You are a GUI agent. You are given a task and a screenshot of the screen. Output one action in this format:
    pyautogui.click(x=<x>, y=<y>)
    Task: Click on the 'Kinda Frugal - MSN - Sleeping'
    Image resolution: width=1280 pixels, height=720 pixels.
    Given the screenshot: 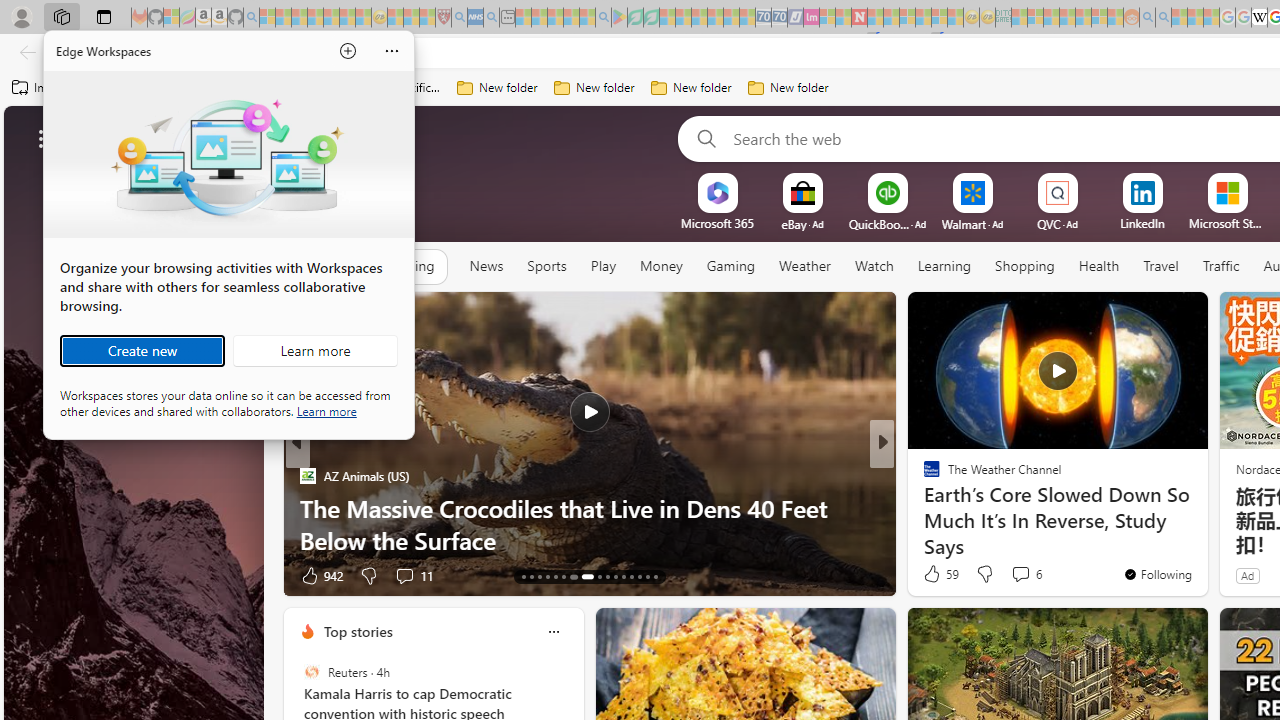 What is the action you would take?
    pyautogui.click(x=1082, y=17)
    